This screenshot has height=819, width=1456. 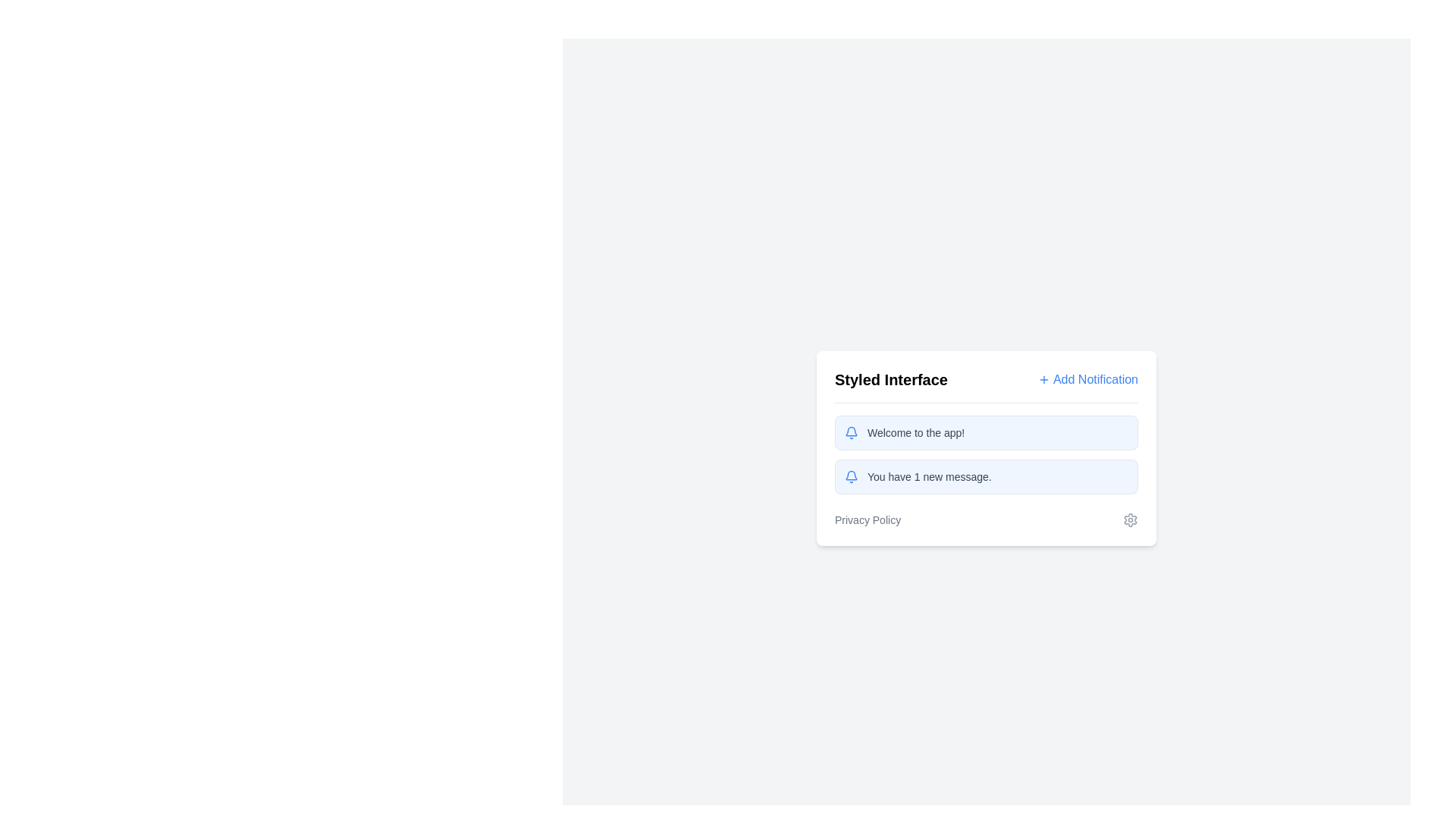 What do you see at coordinates (868, 519) in the screenshot?
I see `the 'Privacy Policy' hyperlink located in the footer section of the 'Styled Interface' UI card` at bounding box center [868, 519].